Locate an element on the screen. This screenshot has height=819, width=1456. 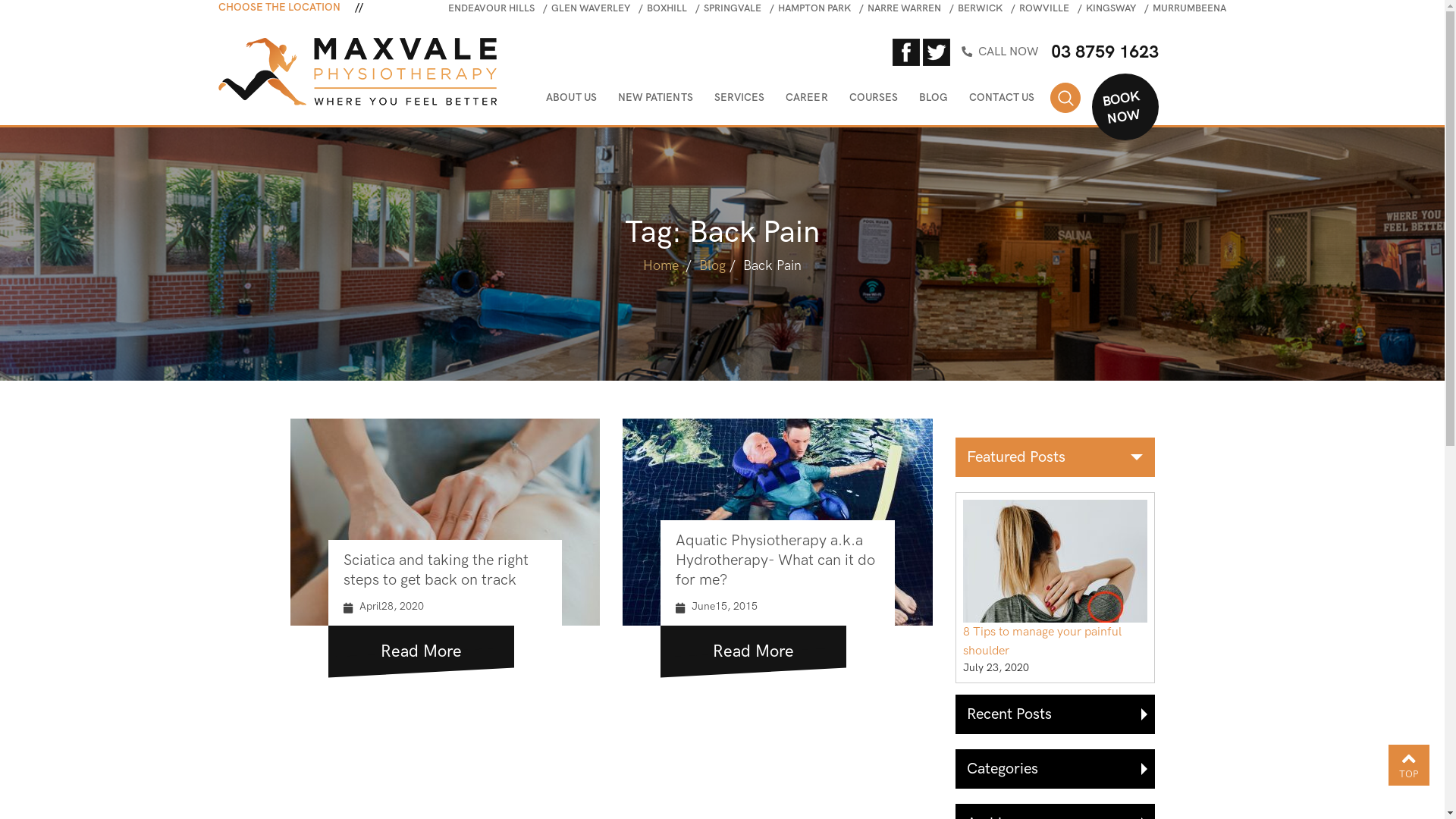
'ROWVILLE' is located at coordinates (1043, 8).